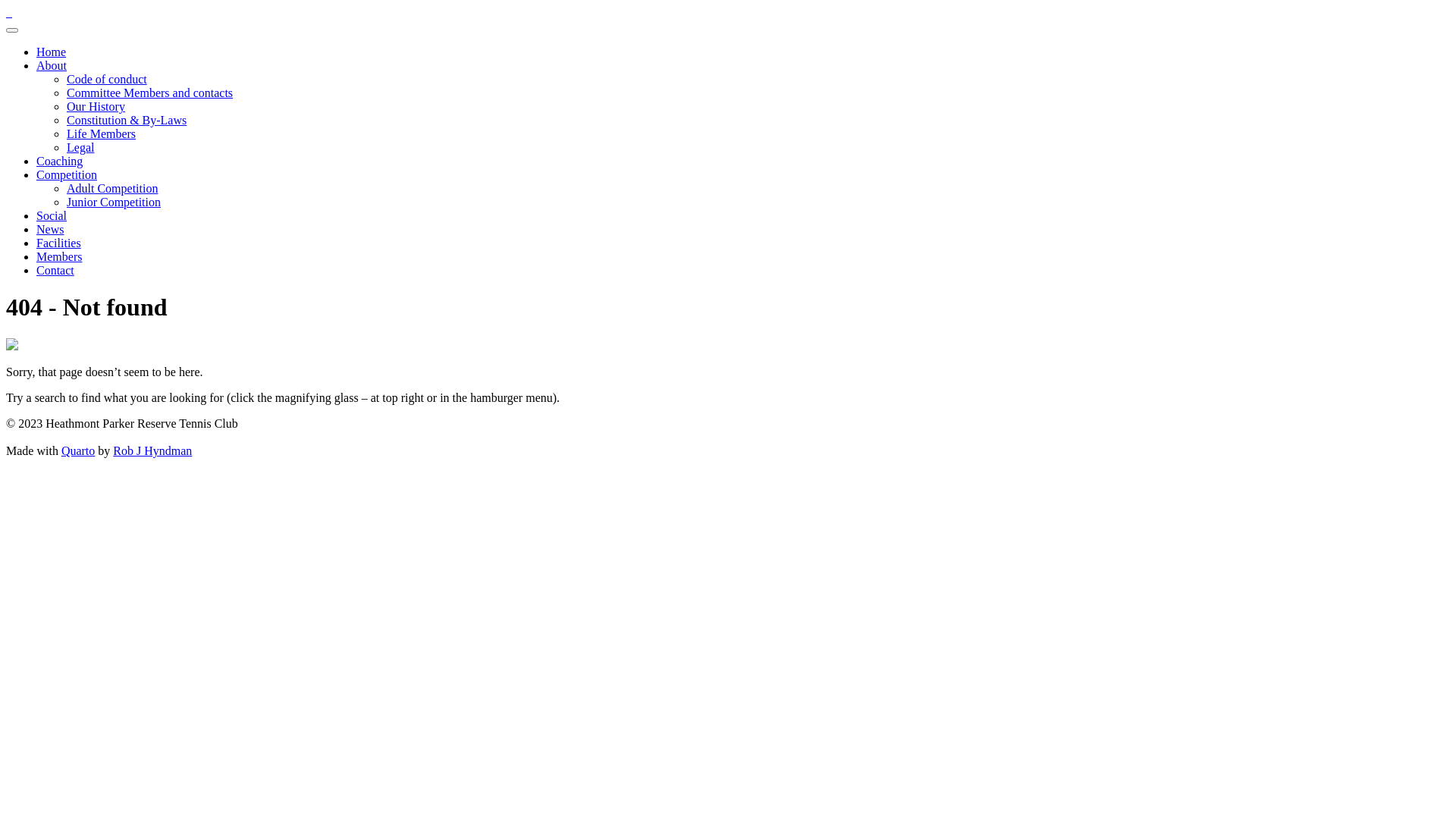  Describe the element at coordinates (55, 269) in the screenshot. I see `'Contact'` at that location.